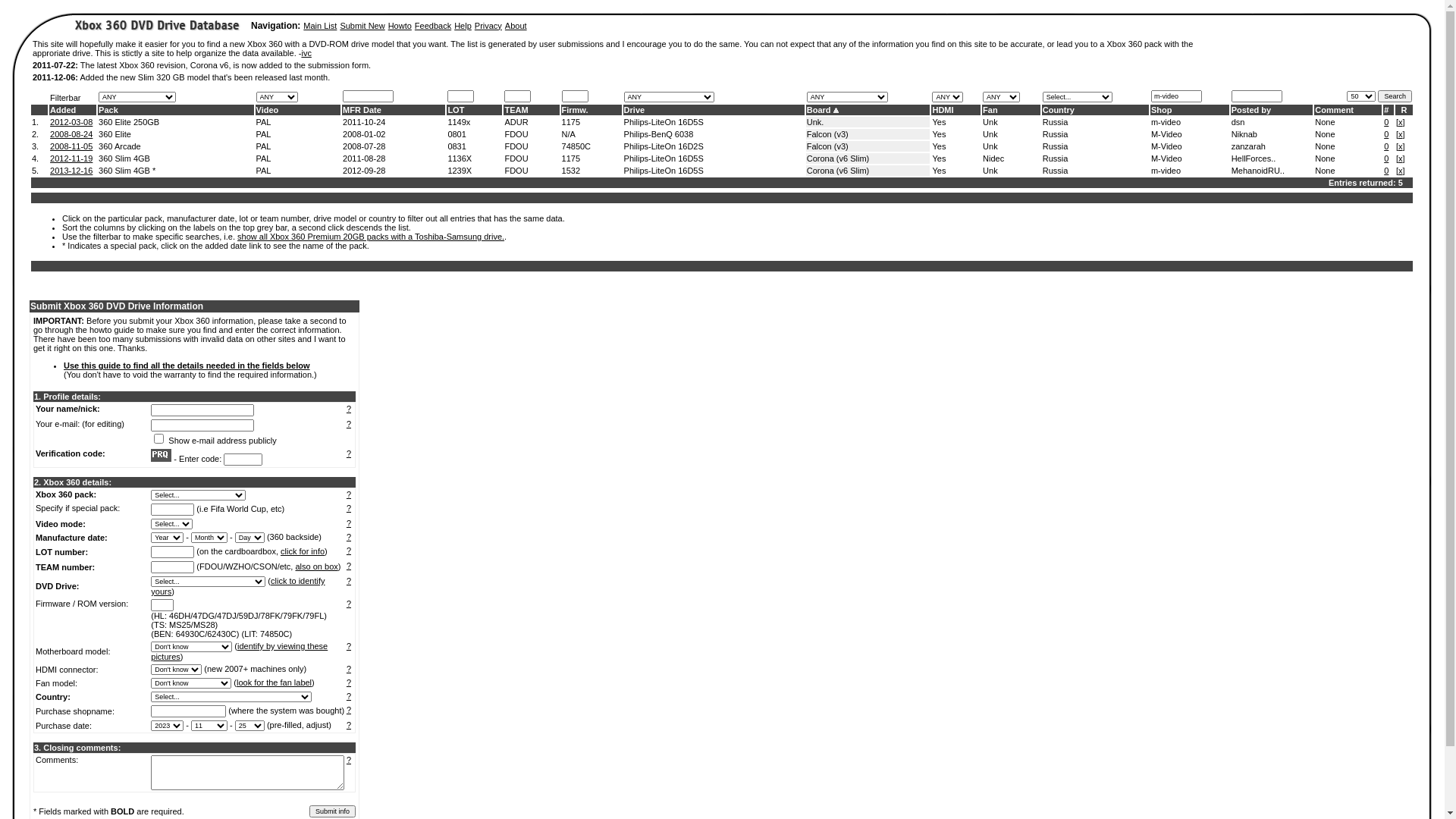  Describe the element at coordinates (664, 146) in the screenshot. I see `'Philips-LiteOn 16D2S'` at that location.